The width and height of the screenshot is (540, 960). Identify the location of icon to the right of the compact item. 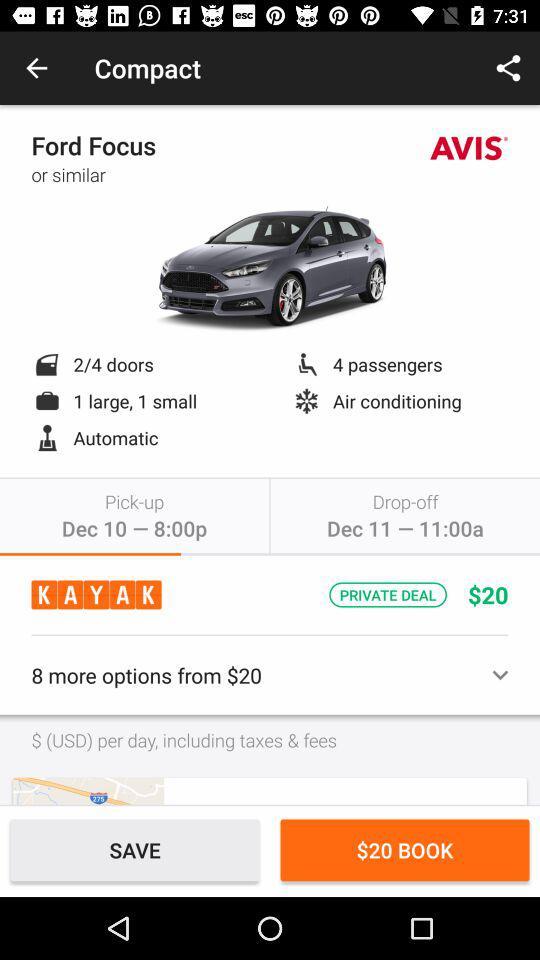
(508, 68).